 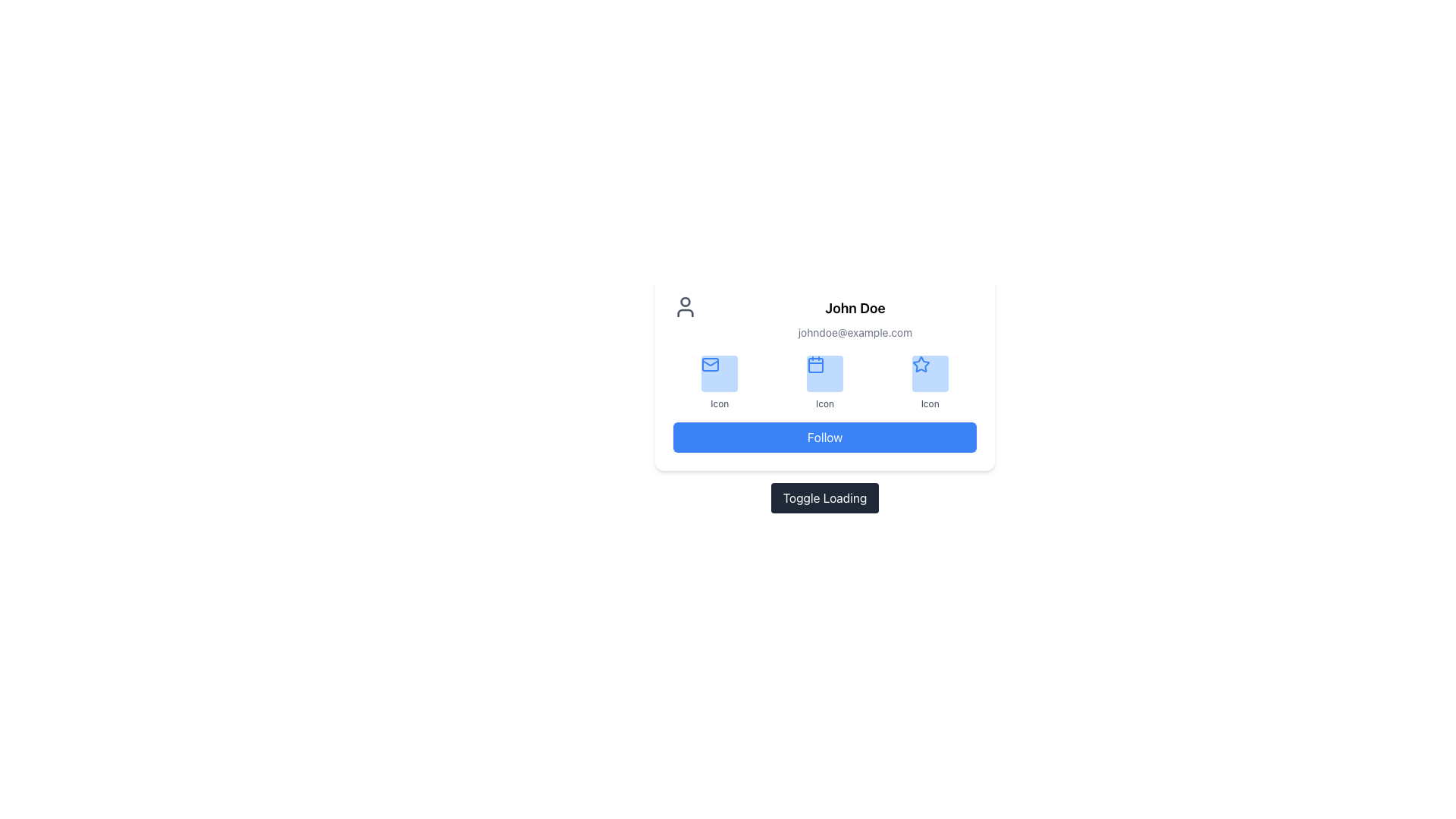 I want to click on the Text Label displaying the name 'John Doe' located at the top center of the card-like section, so click(x=855, y=308).